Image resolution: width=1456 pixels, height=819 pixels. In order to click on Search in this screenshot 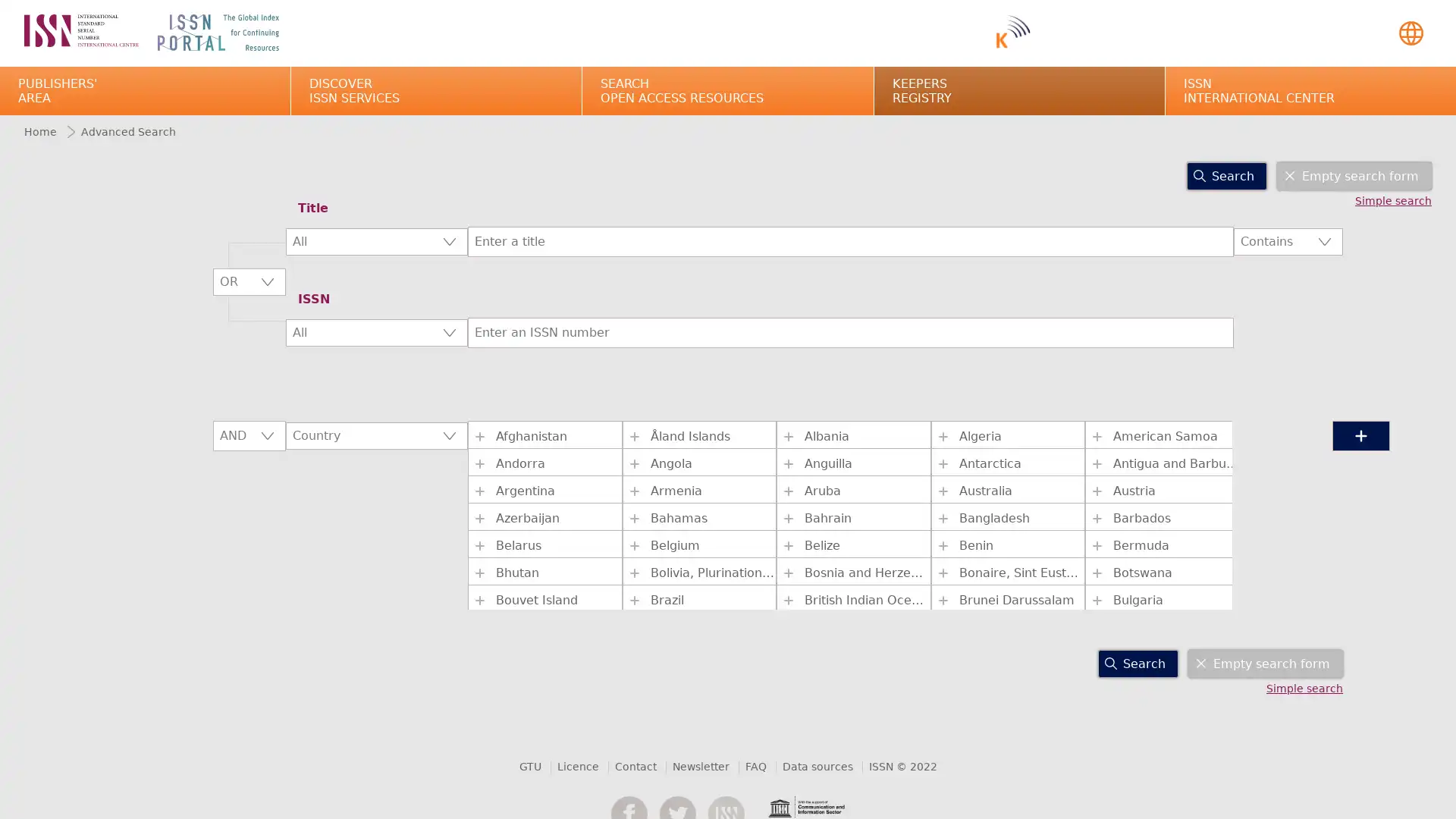, I will do `click(1226, 174)`.